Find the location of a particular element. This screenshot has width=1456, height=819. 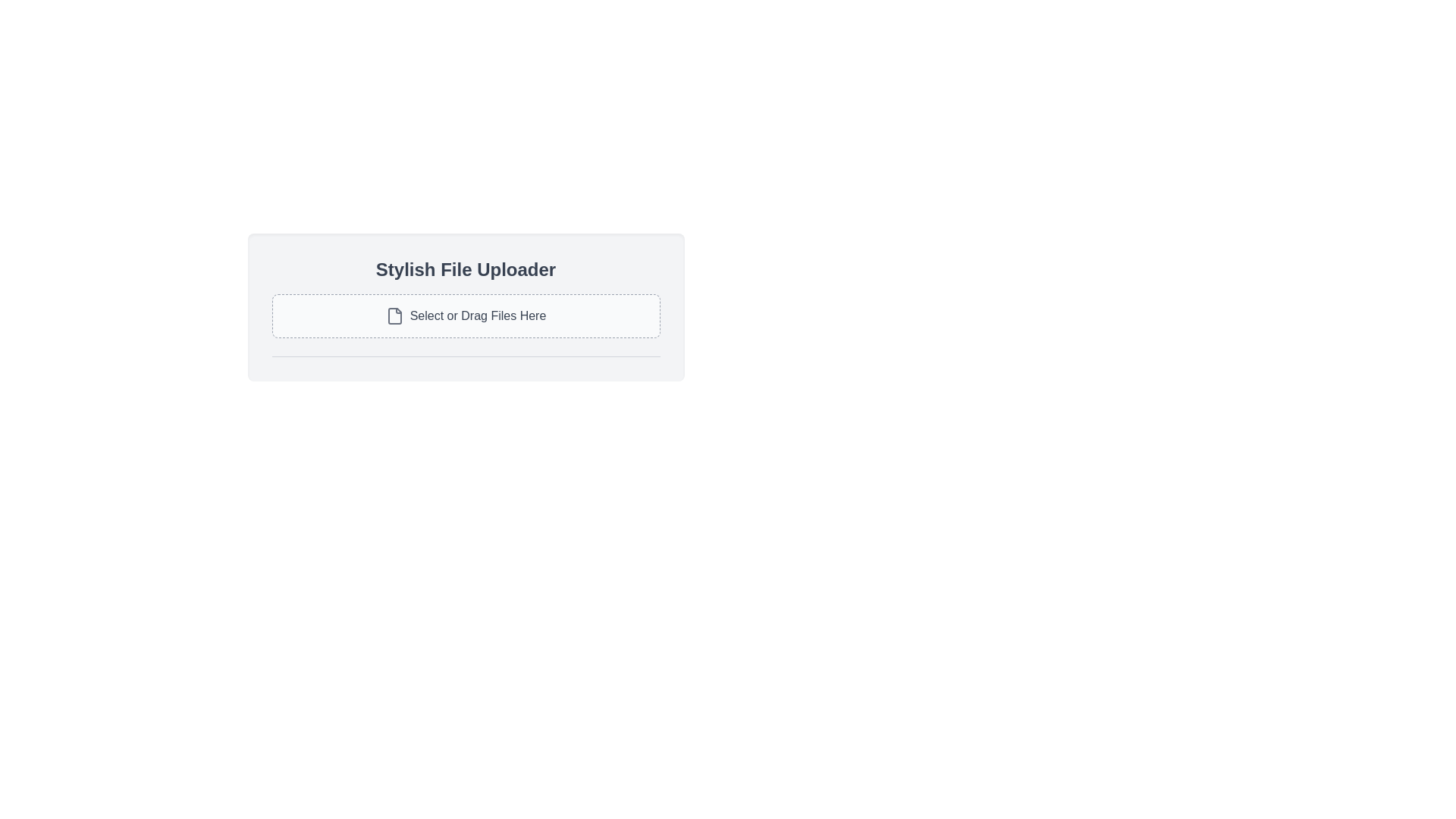

the text label displaying 'Select or Drag Files Here', which is part of the file uploader component located next to the file icon is located at coordinates (477, 315).